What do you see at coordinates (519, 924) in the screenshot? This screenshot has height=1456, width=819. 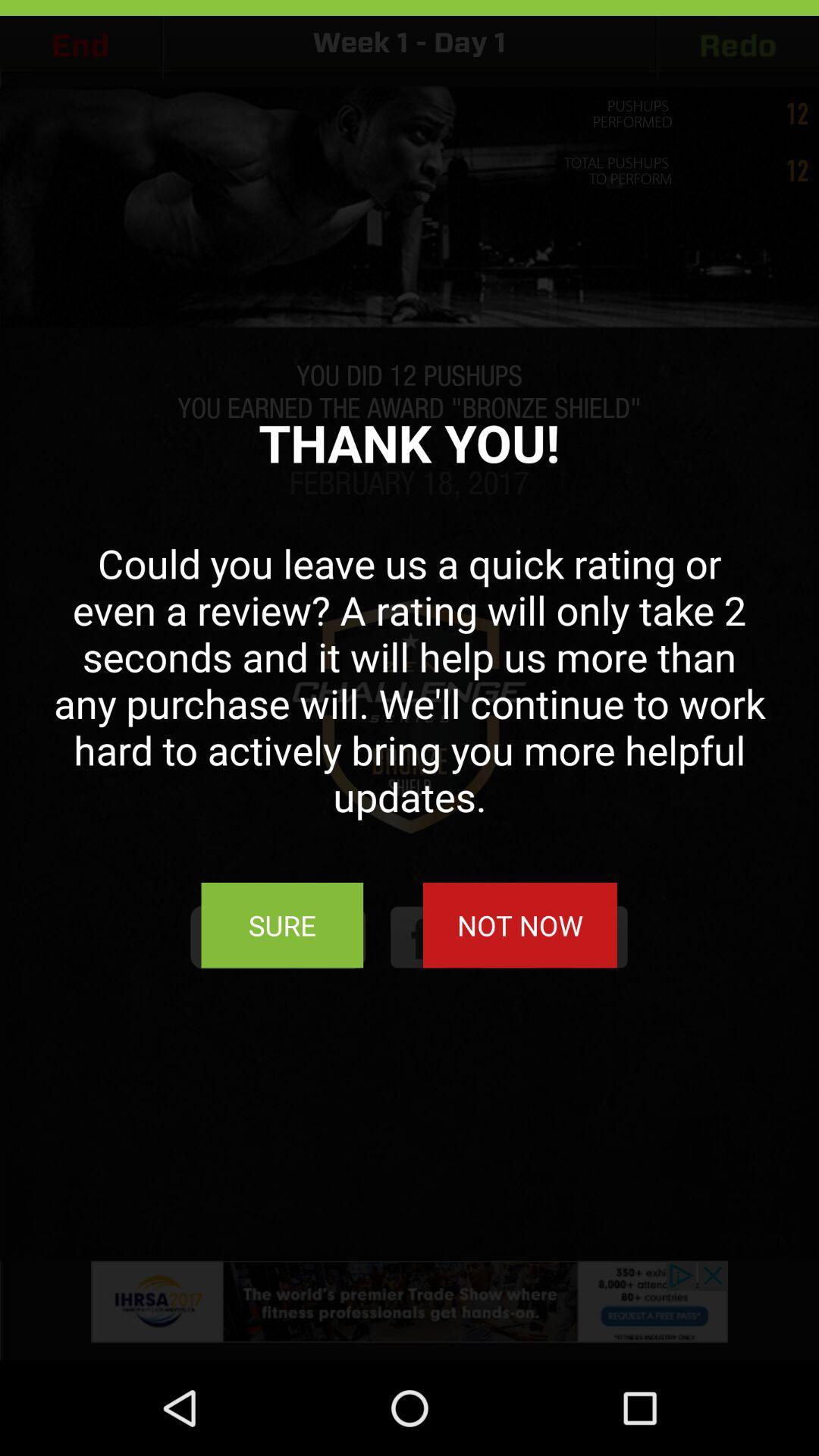 I see `the not now` at bounding box center [519, 924].